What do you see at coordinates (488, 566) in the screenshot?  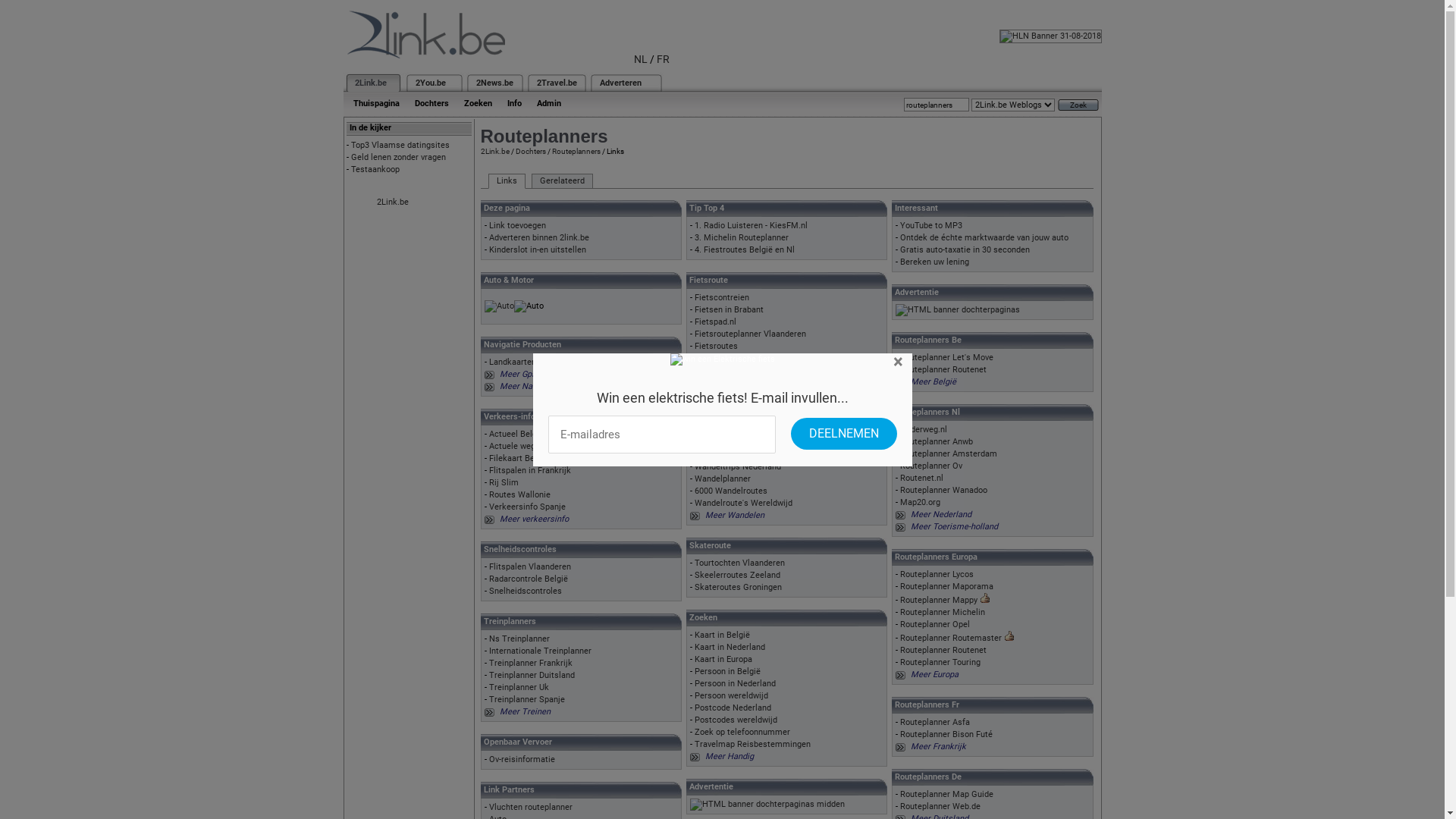 I see `'Flitspalen Vlaanderen'` at bounding box center [488, 566].